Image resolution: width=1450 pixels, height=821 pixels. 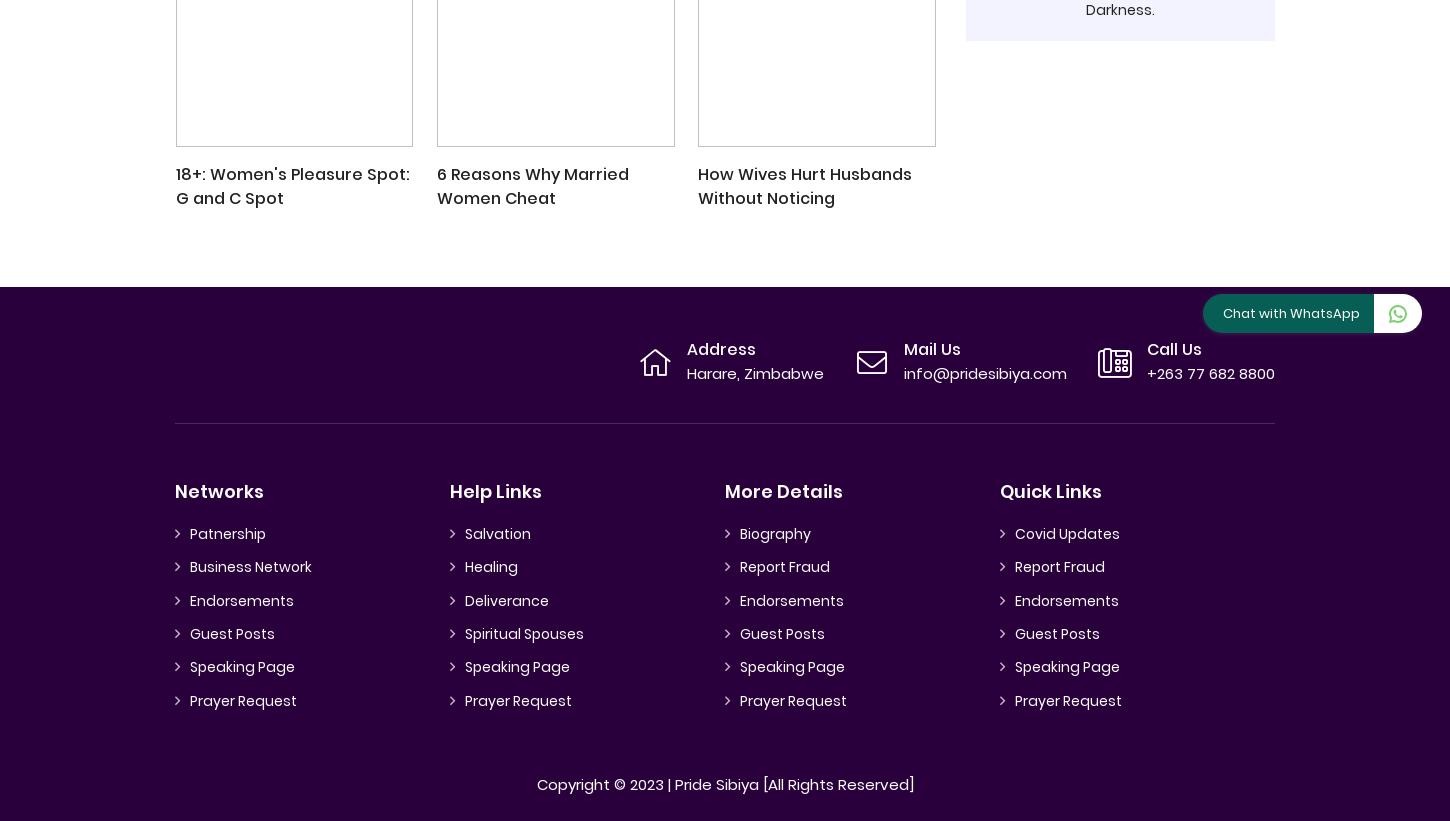 I want to click on 'Business Network', so click(x=250, y=565).